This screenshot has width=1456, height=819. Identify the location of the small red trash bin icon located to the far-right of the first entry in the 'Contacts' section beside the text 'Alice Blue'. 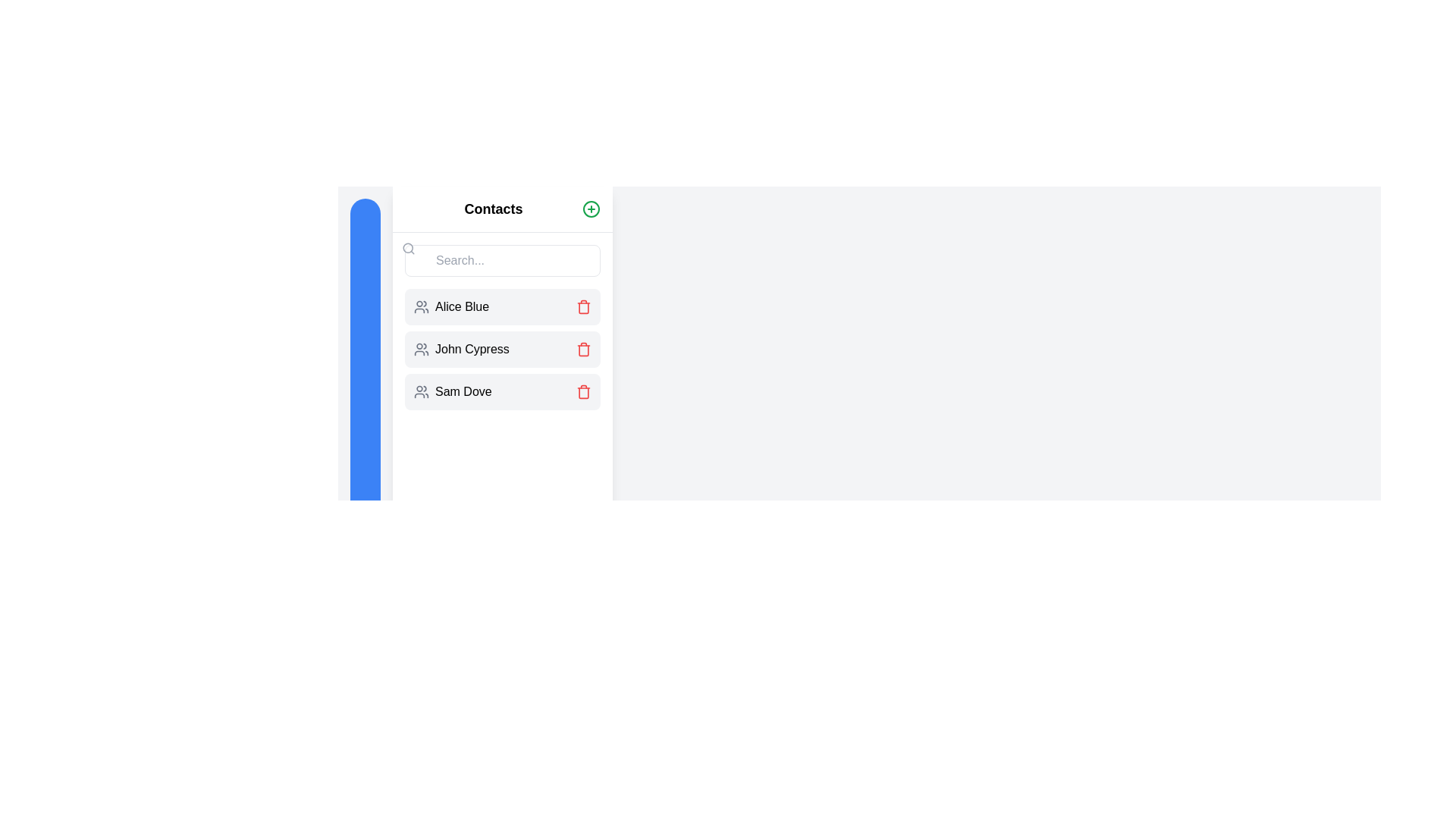
(582, 307).